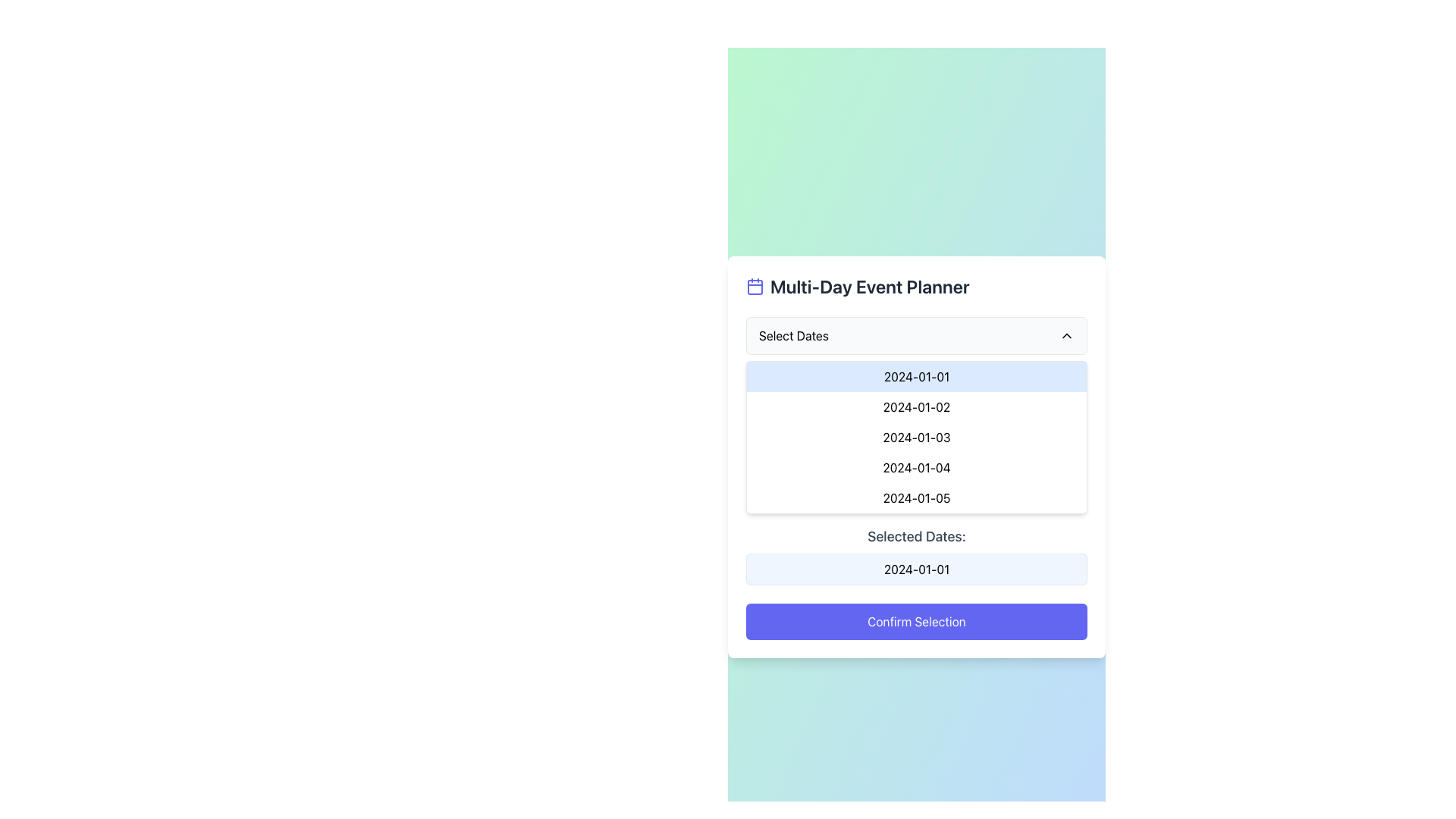 The width and height of the screenshot is (1456, 819). What do you see at coordinates (916, 406) in the screenshot?
I see `the dropdown menu option displaying the date '2024-01-02'` at bounding box center [916, 406].